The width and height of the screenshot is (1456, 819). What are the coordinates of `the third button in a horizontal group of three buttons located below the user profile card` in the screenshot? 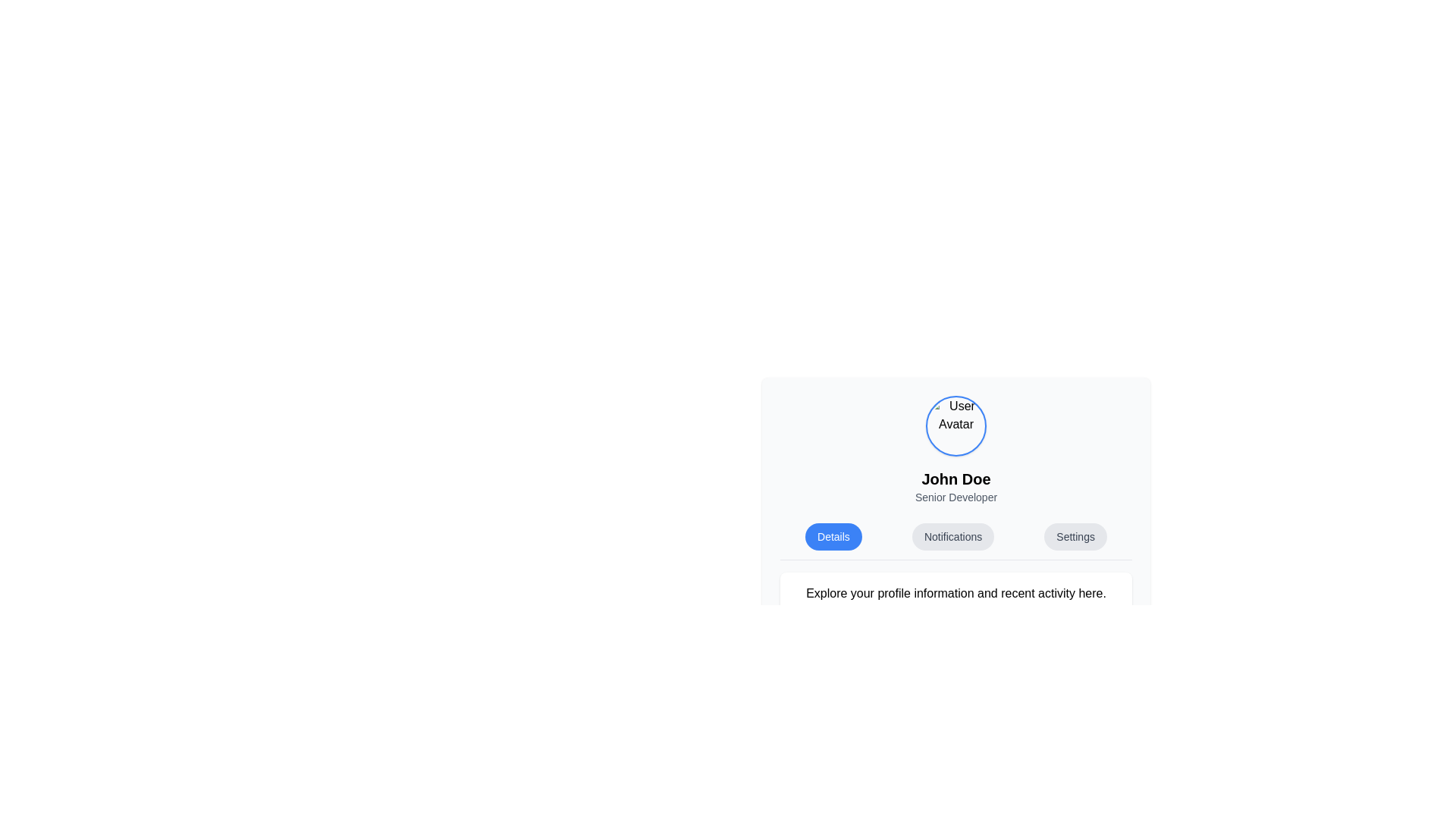 It's located at (1075, 536).